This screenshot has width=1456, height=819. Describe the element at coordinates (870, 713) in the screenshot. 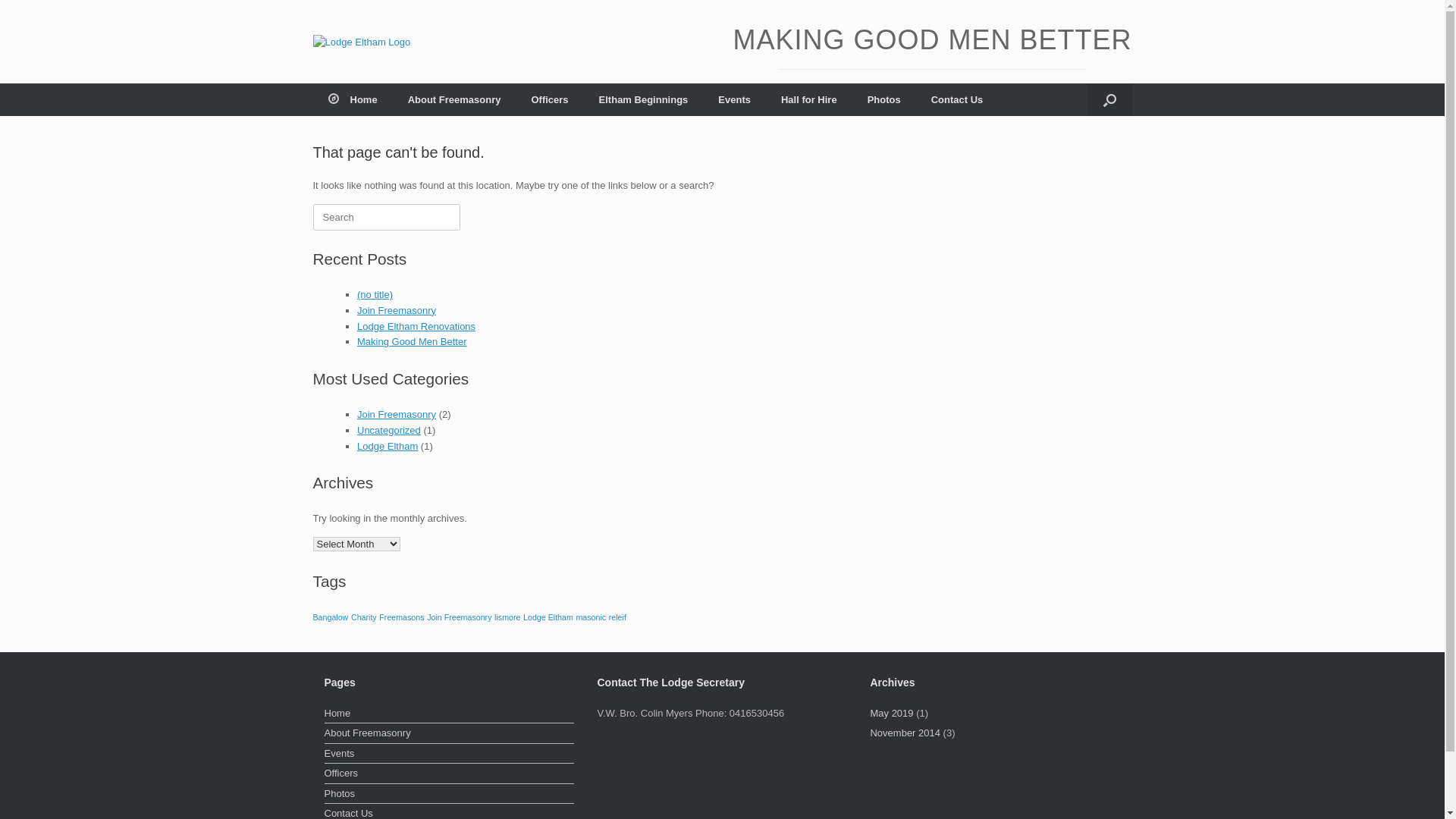

I see `'May 2019'` at that location.